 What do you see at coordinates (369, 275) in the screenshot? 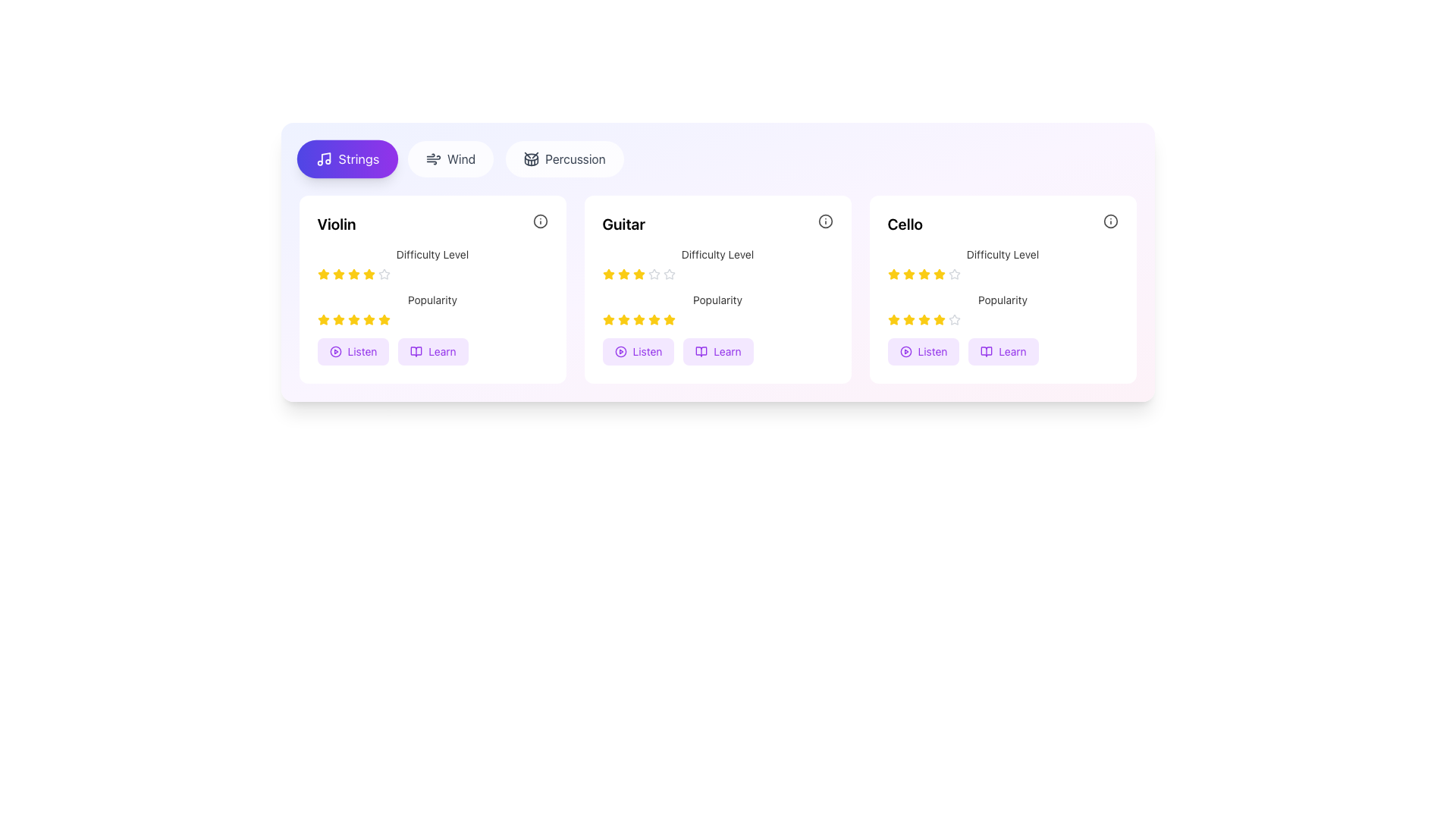
I see `the fifth yellow star icon in the 'Difficulty Level' rating section of the 'Violin' card to modify the rating value` at bounding box center [369, 275].